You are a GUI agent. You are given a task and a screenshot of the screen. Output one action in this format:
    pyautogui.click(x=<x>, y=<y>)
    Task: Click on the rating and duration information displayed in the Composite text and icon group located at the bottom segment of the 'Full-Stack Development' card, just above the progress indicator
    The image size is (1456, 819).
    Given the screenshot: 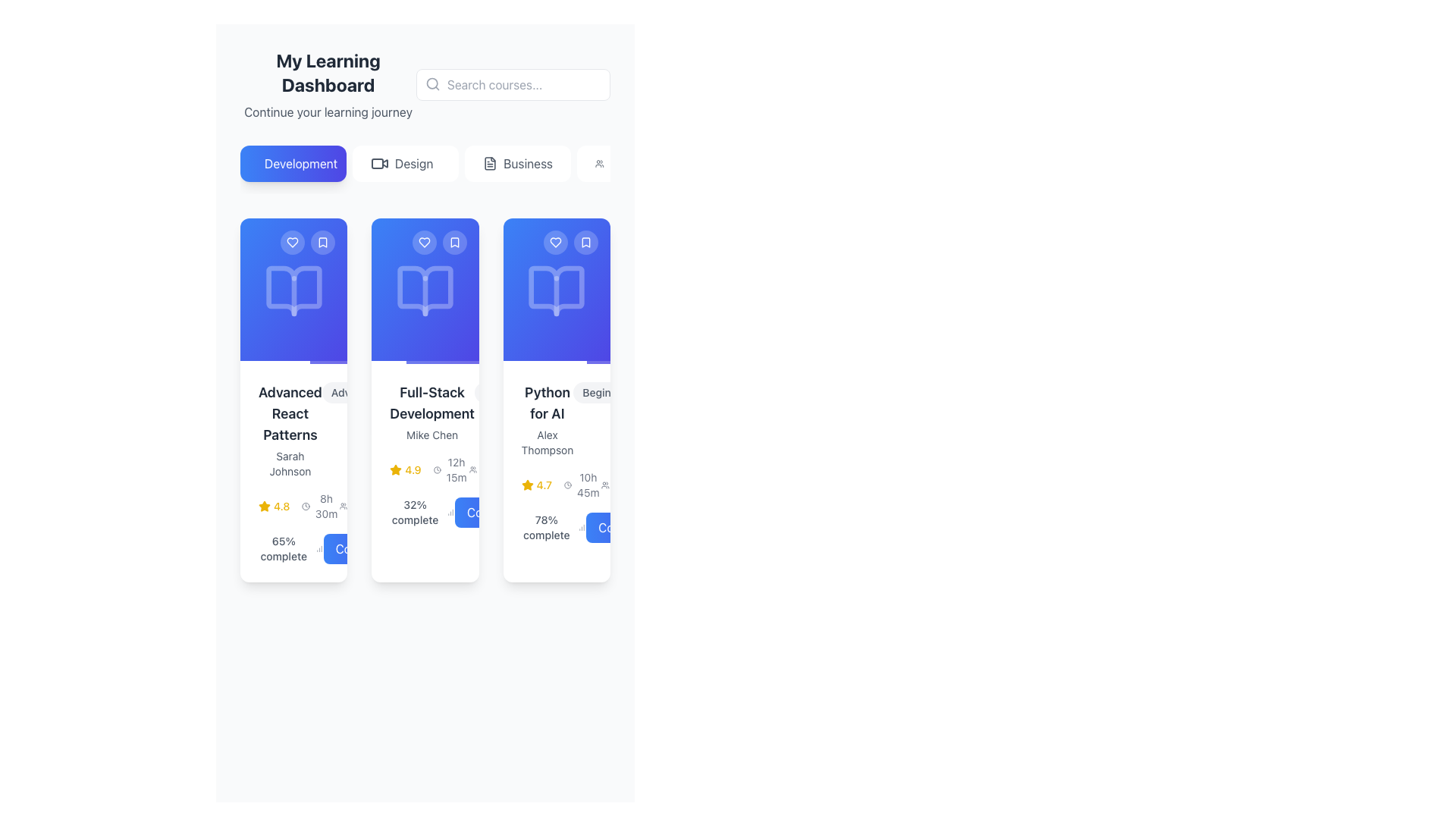 What is the action you would take?
    pyautogui.click(x=428, y=469)
    